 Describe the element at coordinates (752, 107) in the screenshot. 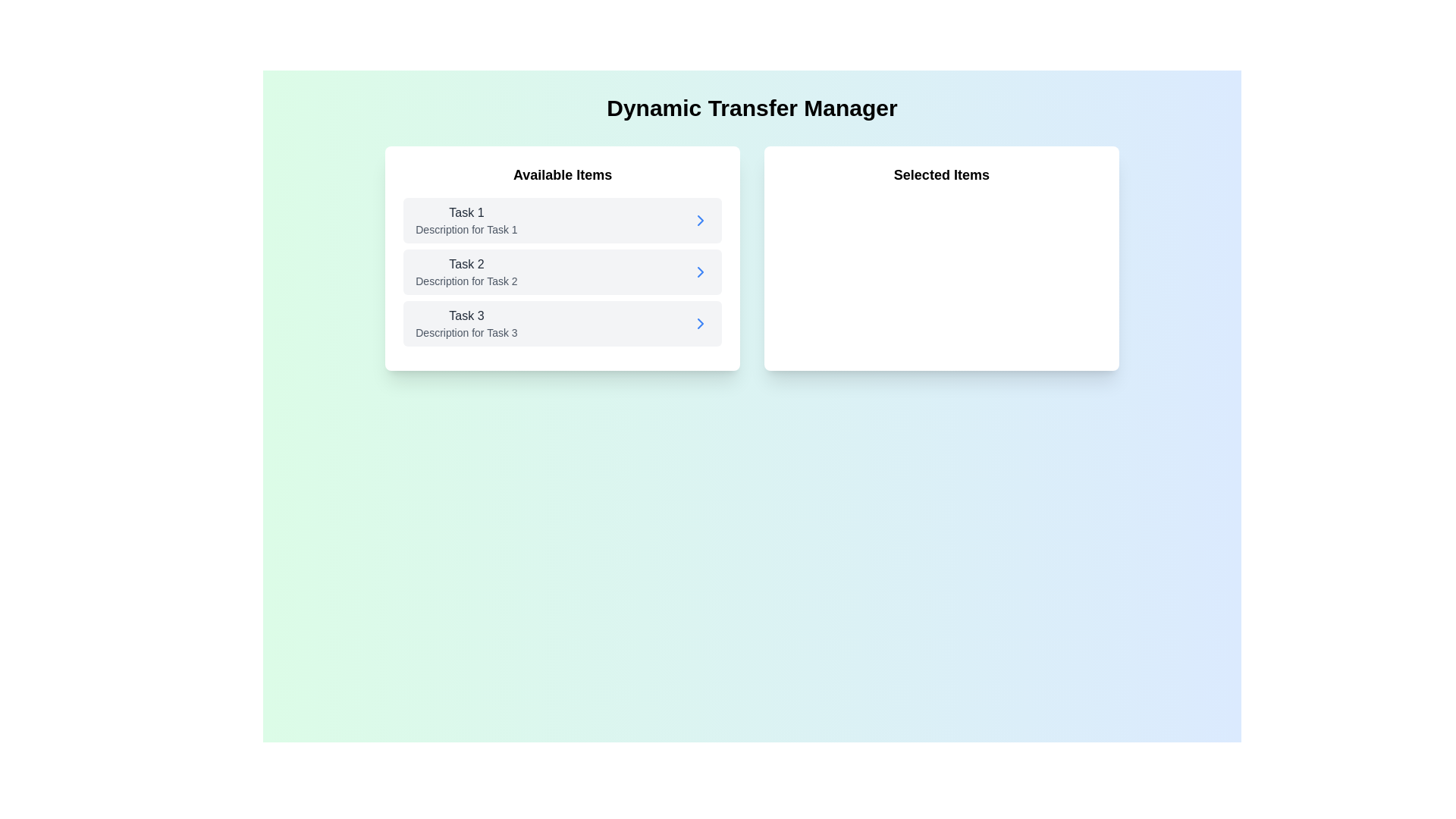

I see `the Text Label that serves as the title or header for the interface, located at the top center above the Available Items and Selected Items sections` at that location.